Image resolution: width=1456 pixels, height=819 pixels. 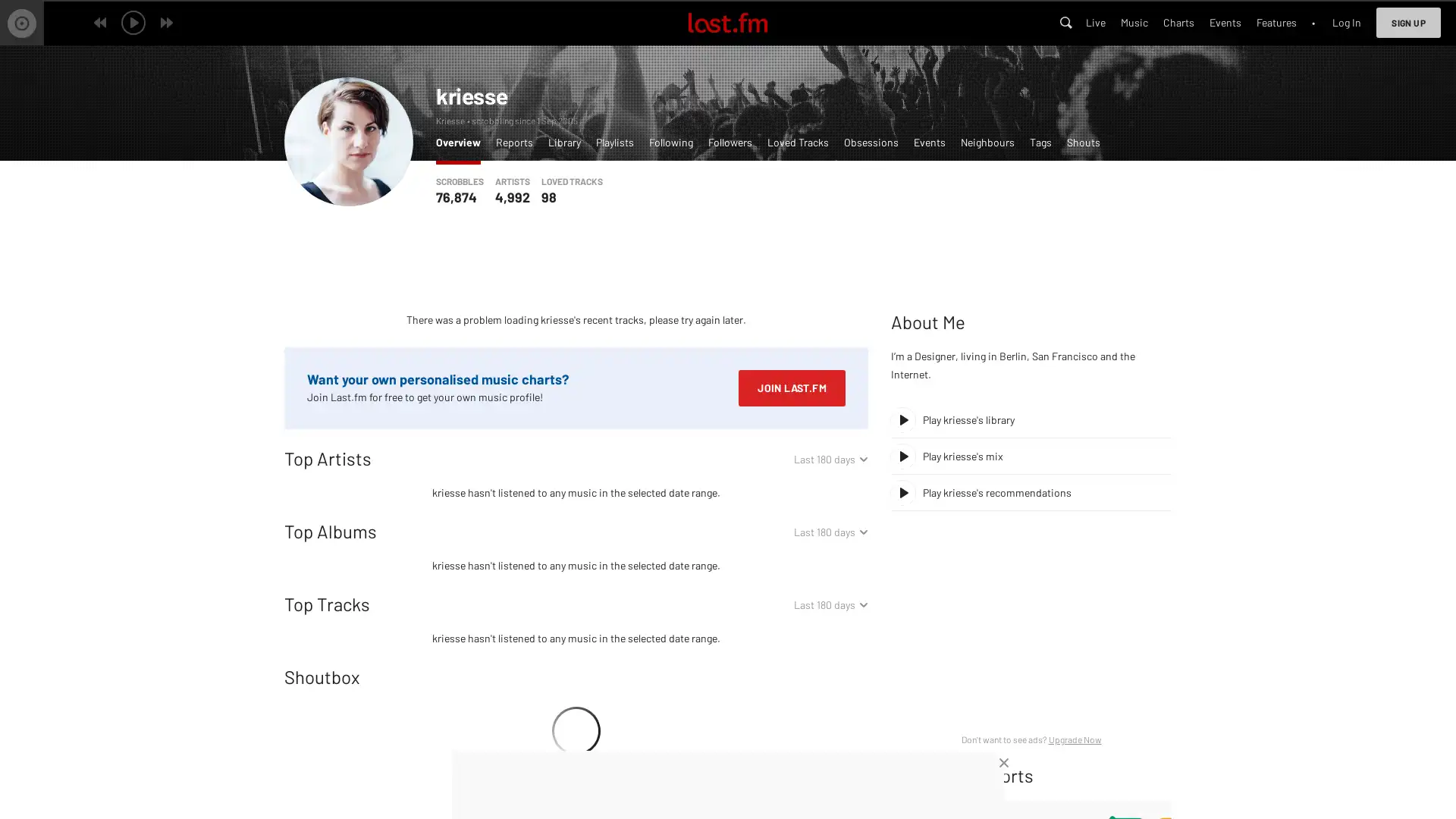 I want to click on Sorted by: Last 180 days, so click(x=830, y=604).